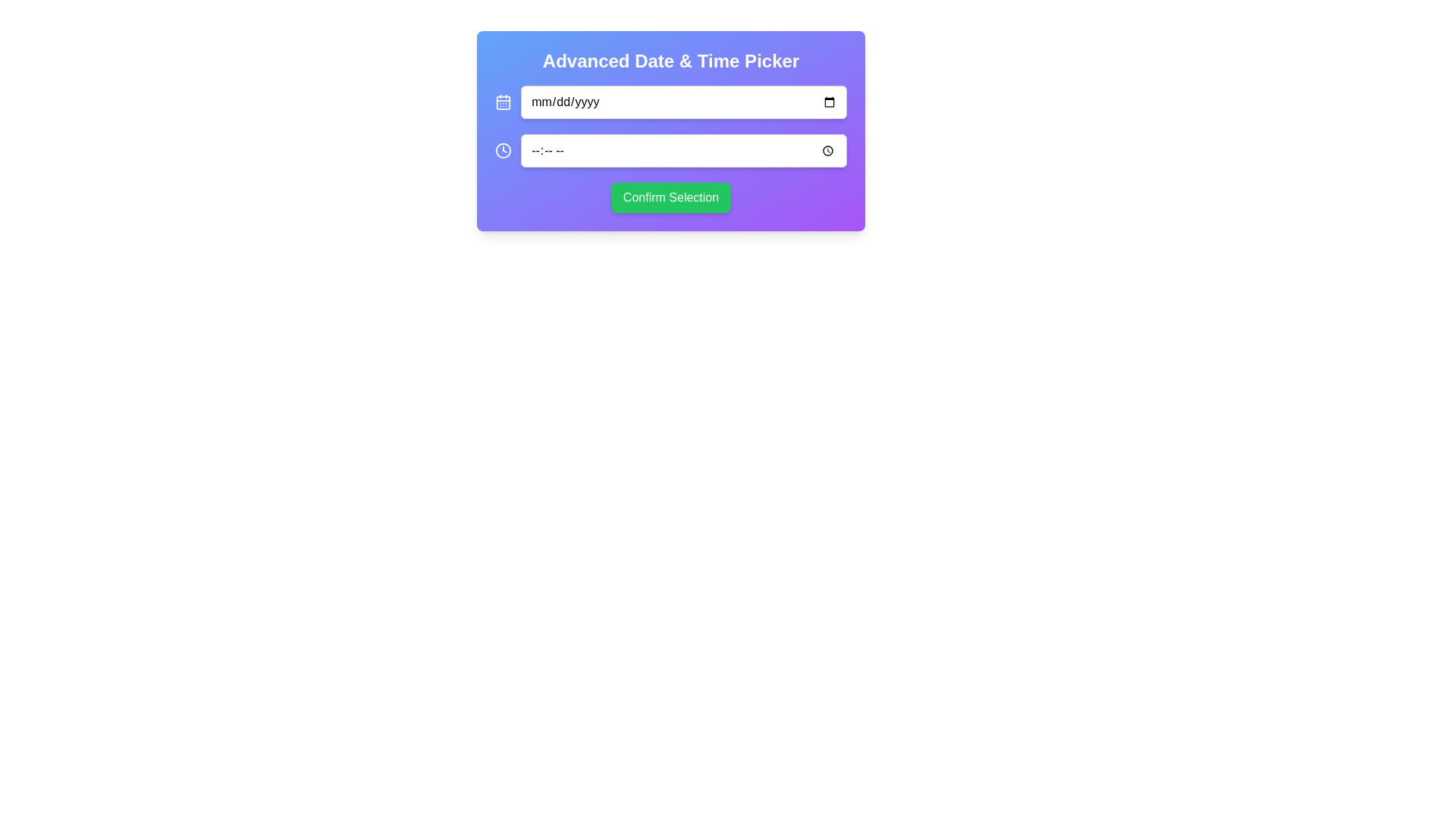 This screenshot has width=1456, height=819. Describe the element at coordinates (504, 151) in the screenshot. I see `the SVG Circle that is a decorative part of the clock icon, representing time selection functionality, located to the left of the time input field` at that location.